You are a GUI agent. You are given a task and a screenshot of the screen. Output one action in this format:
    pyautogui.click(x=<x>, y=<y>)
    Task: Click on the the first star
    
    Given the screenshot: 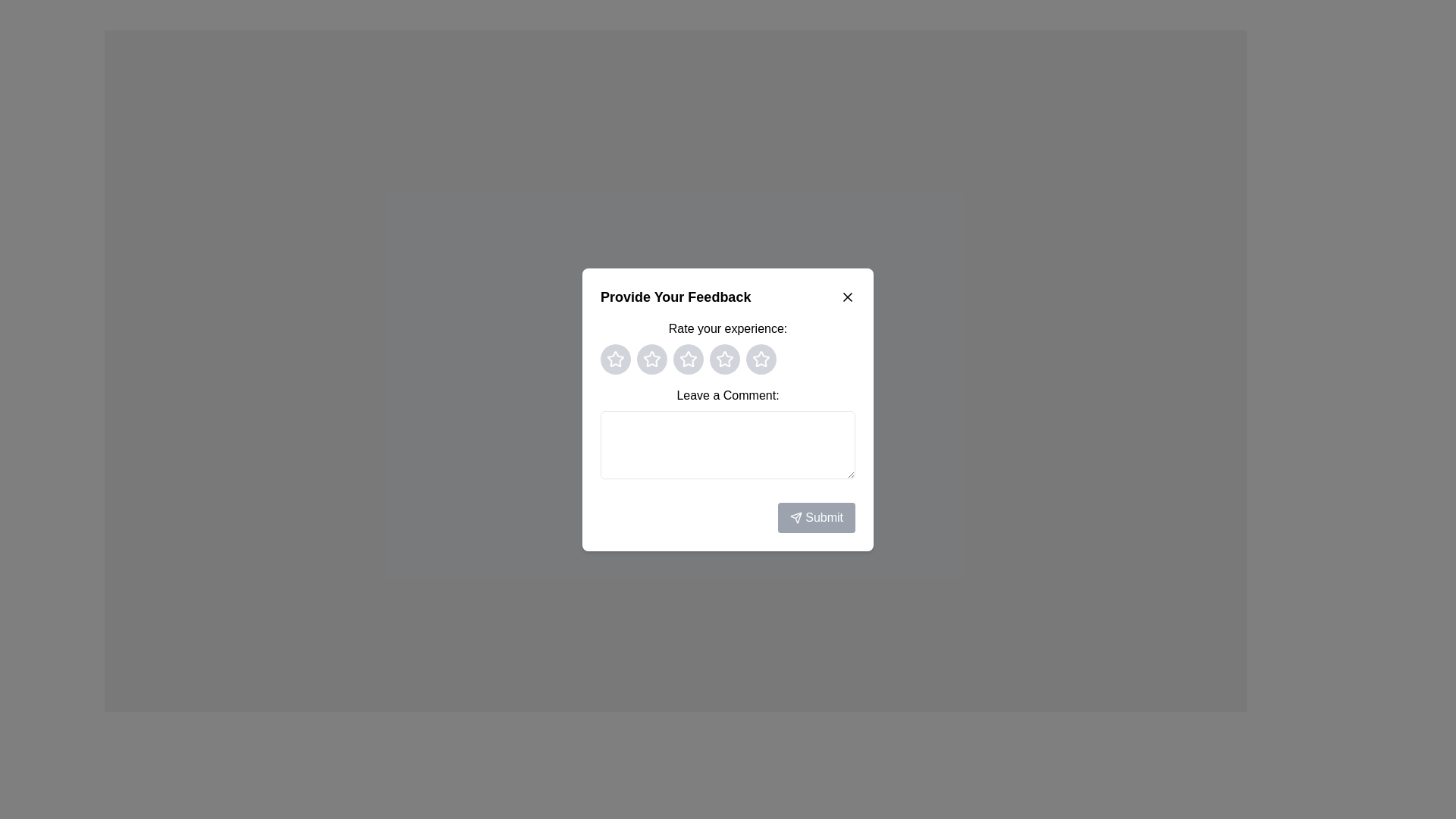 What is the action you would take?
    pyautogui.click(x=615, y=359)
    